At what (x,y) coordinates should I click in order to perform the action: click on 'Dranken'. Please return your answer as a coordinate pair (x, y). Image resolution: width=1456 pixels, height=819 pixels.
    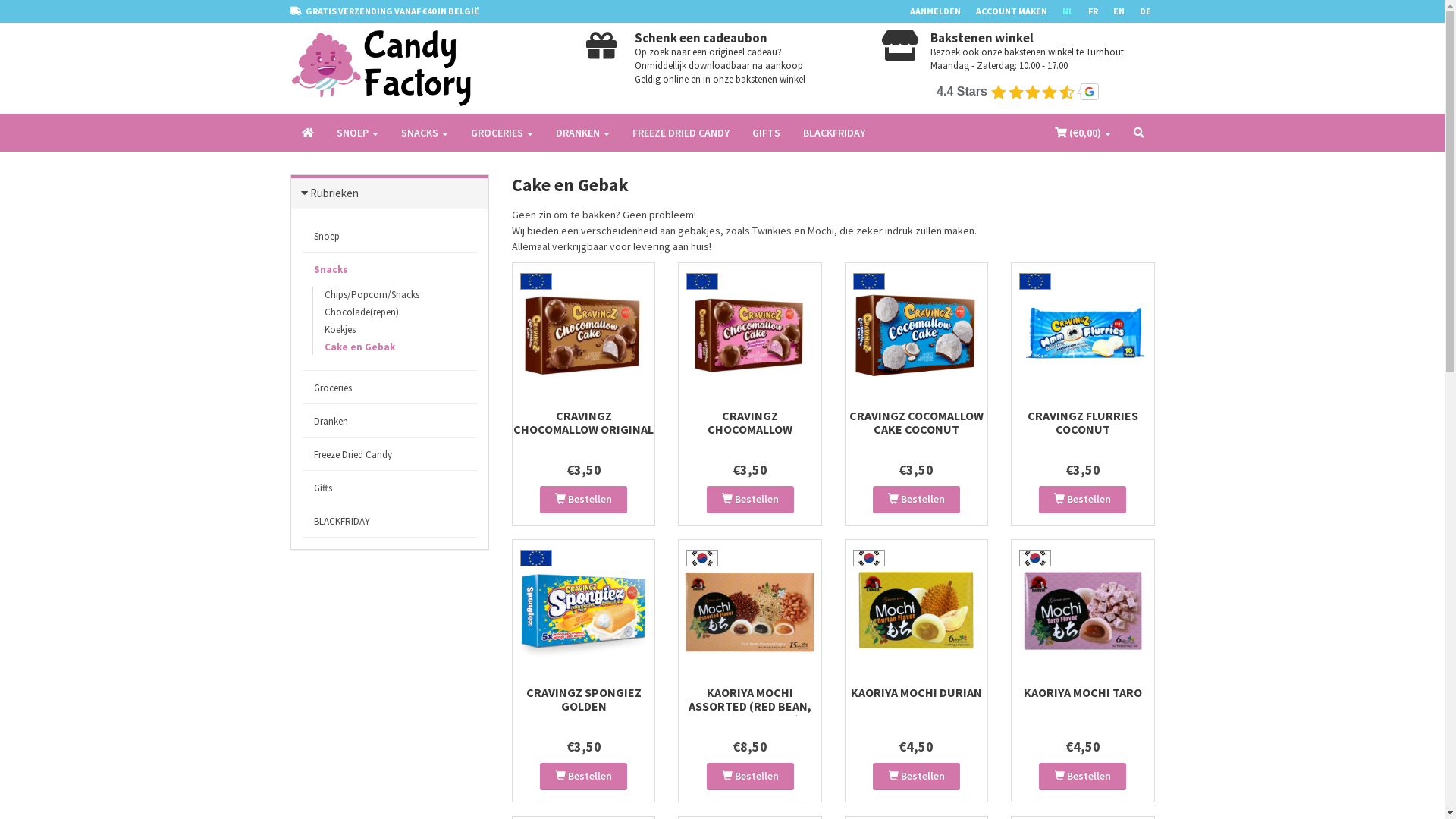
    Looking at the image, I should click on (389, 421).